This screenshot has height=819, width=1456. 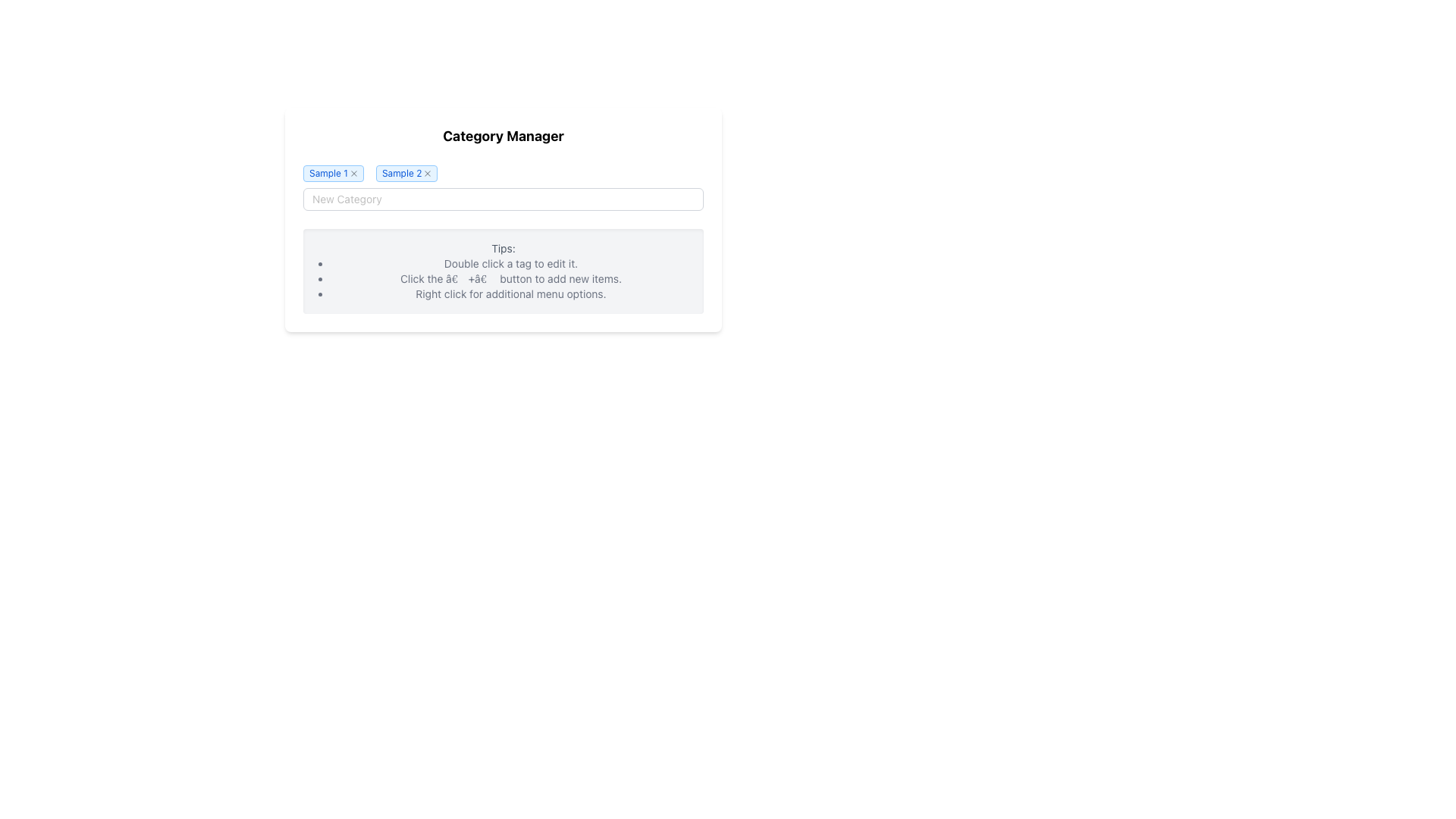 What do you see at coordinates (406, 172) in the screenshot?
I see `the second tag with a close button, located` at bounding box center [406, 172].